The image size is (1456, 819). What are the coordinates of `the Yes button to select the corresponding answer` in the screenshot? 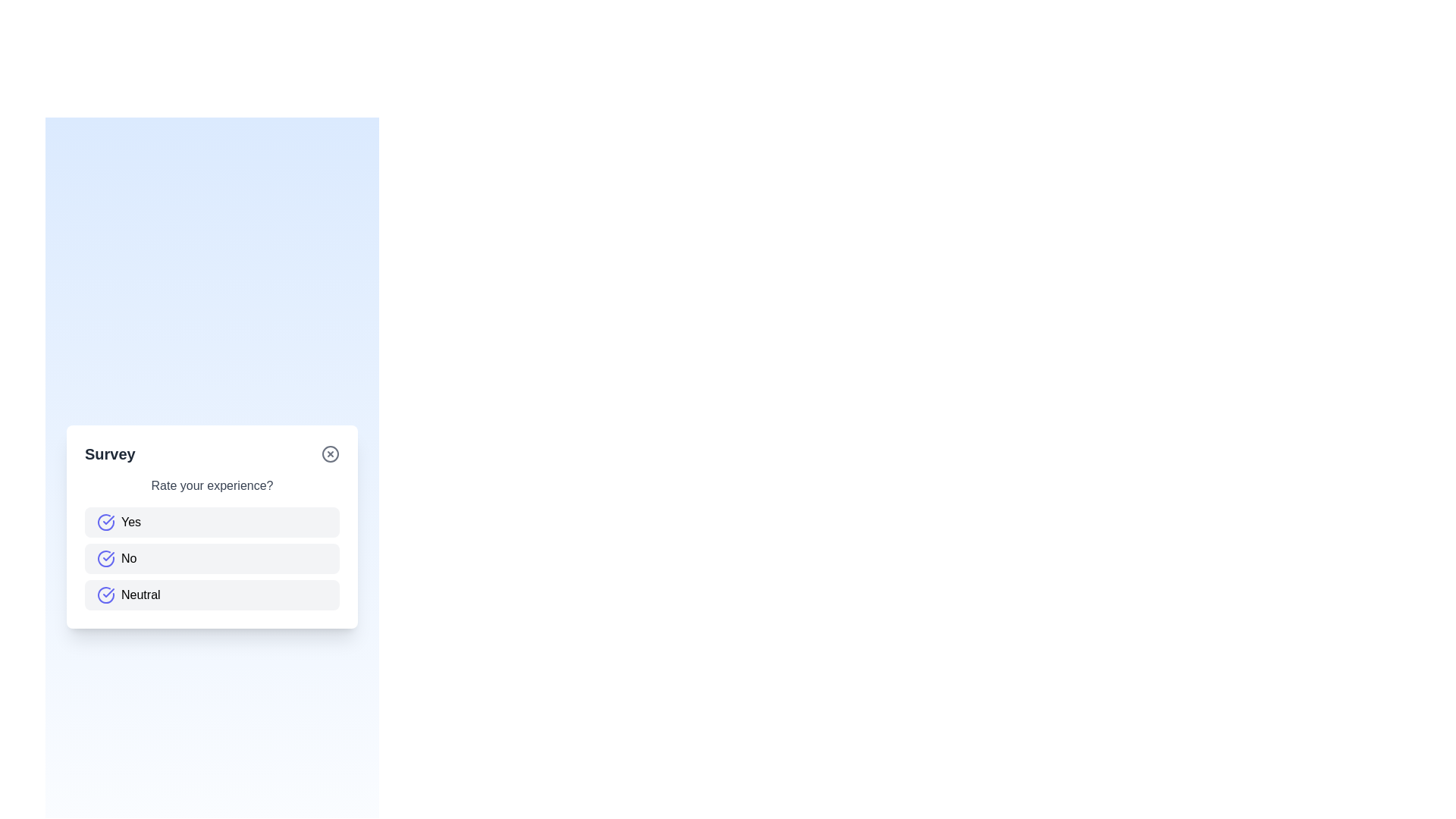 It's located at (211, 522).